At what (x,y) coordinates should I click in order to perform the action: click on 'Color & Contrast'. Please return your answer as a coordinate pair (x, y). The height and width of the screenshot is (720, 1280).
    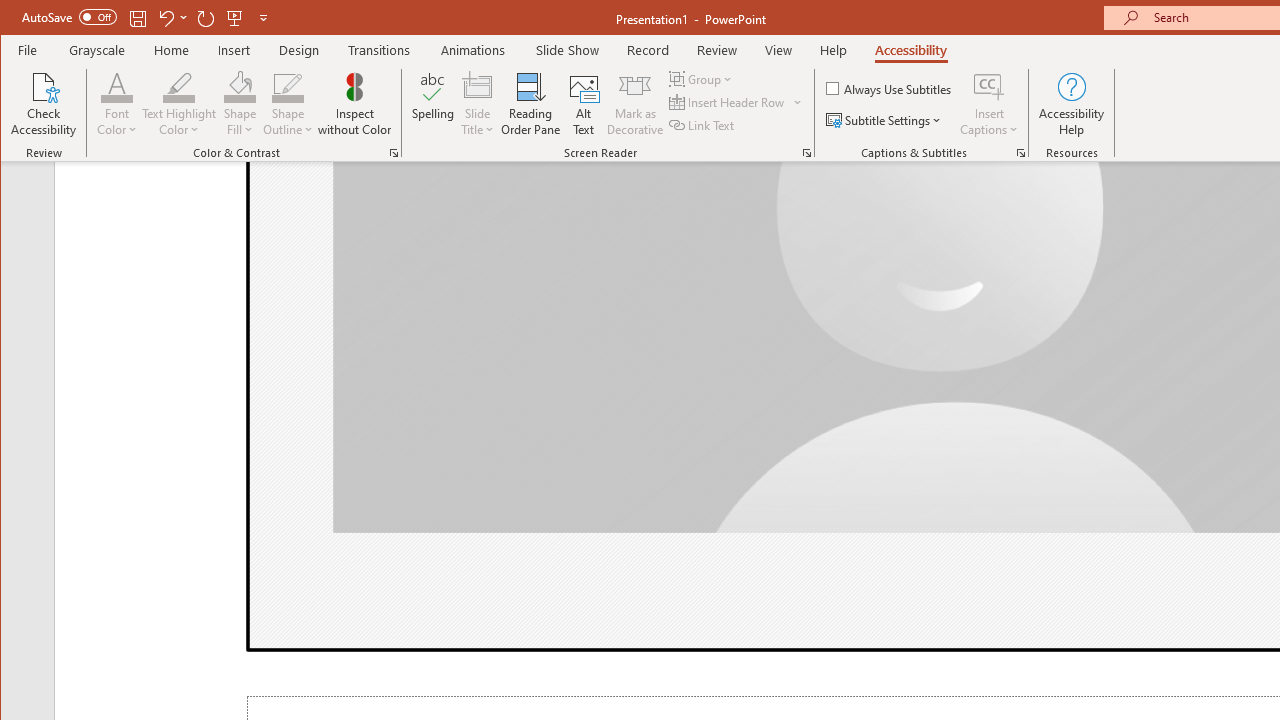
    Looking at the image, I should click on (394, 152).